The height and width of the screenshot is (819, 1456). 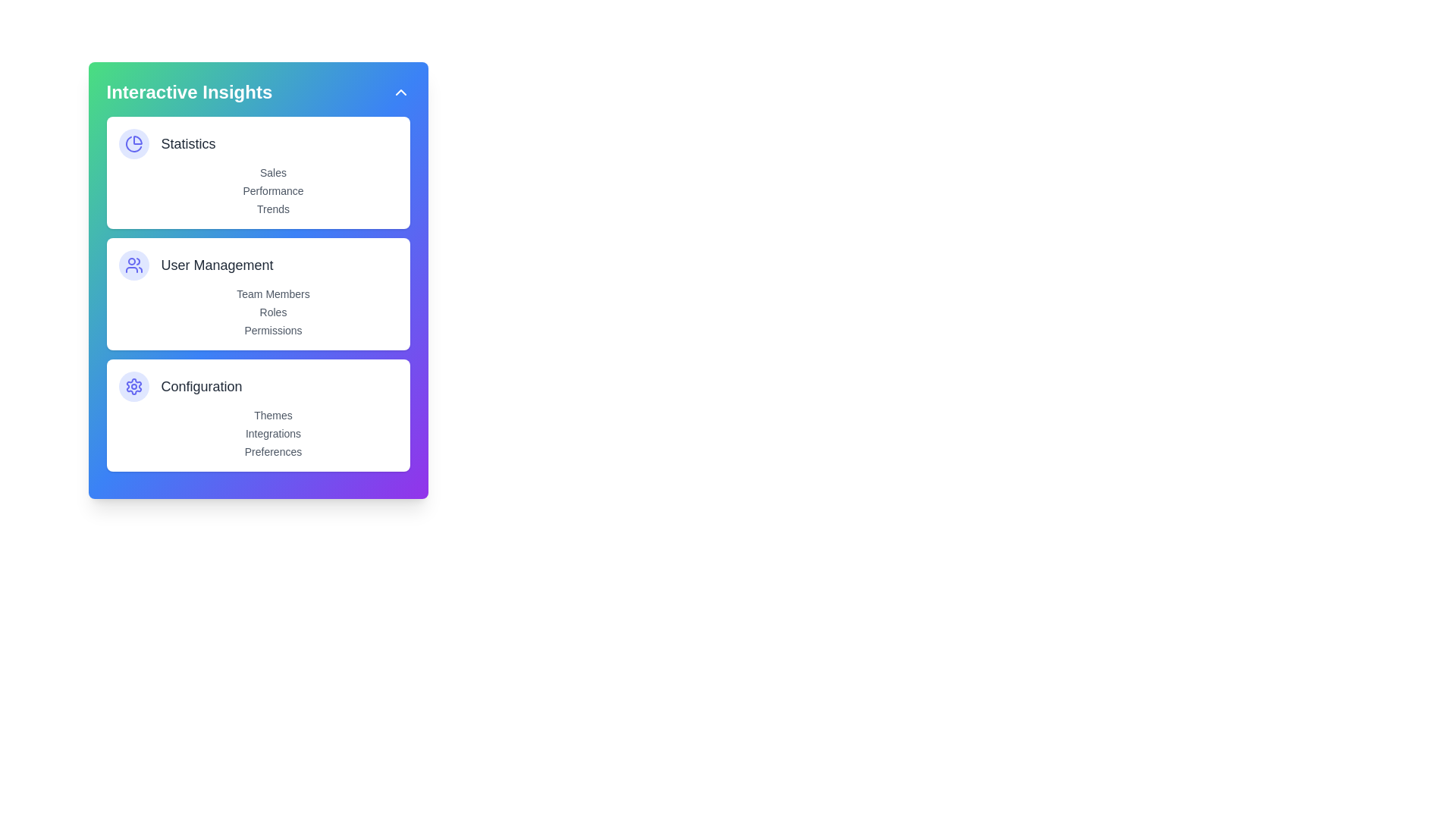 I want to click on the icon of the section User Management, so click(x=133, y=265).